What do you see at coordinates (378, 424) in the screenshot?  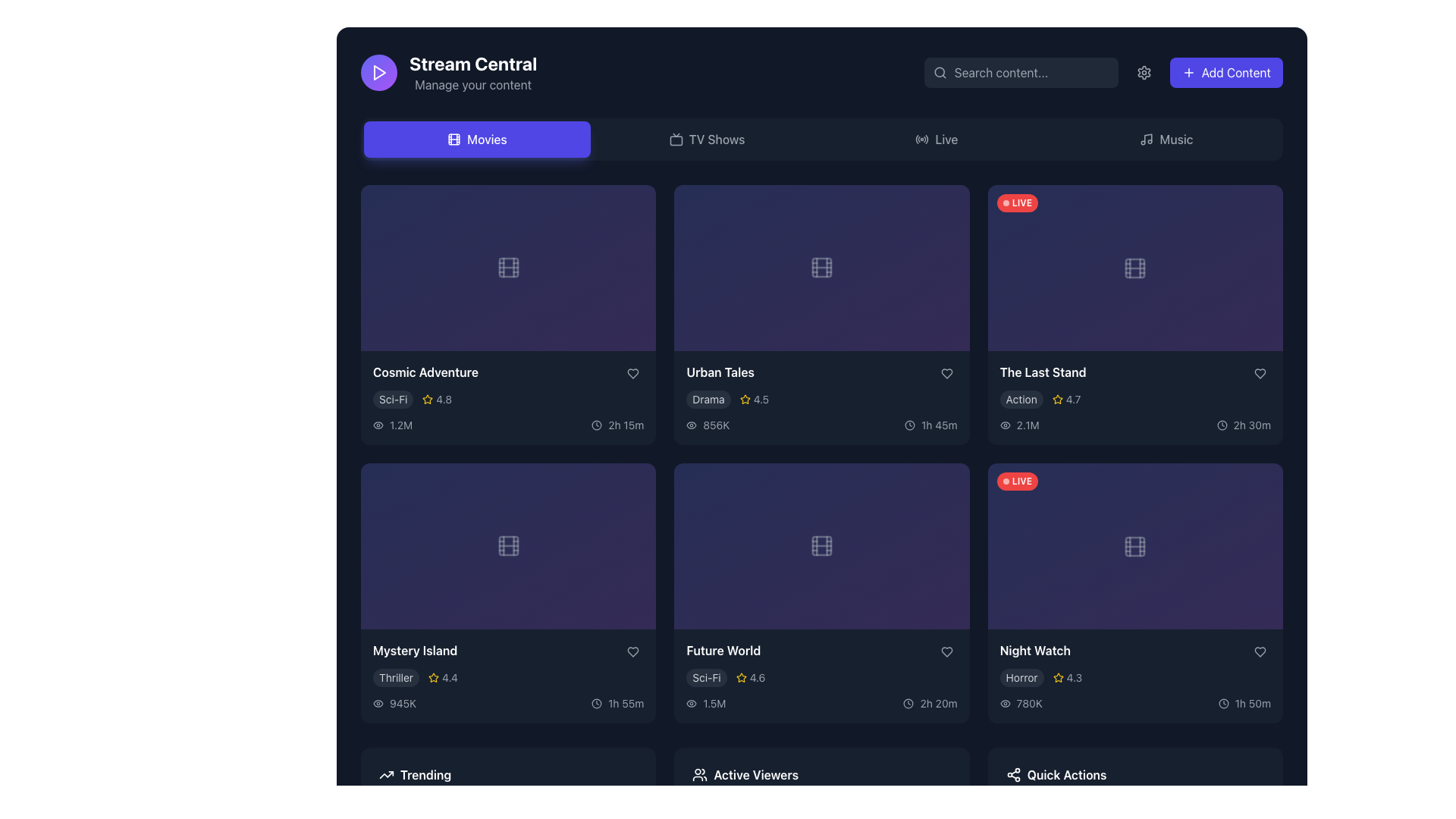 I see `the eye-shaped icon with a circular pupil located under the 'Cosmic Adventure' card, positioned in the first column of the grid layout, before the text '1.2M'` at bounding box center [378, 424].